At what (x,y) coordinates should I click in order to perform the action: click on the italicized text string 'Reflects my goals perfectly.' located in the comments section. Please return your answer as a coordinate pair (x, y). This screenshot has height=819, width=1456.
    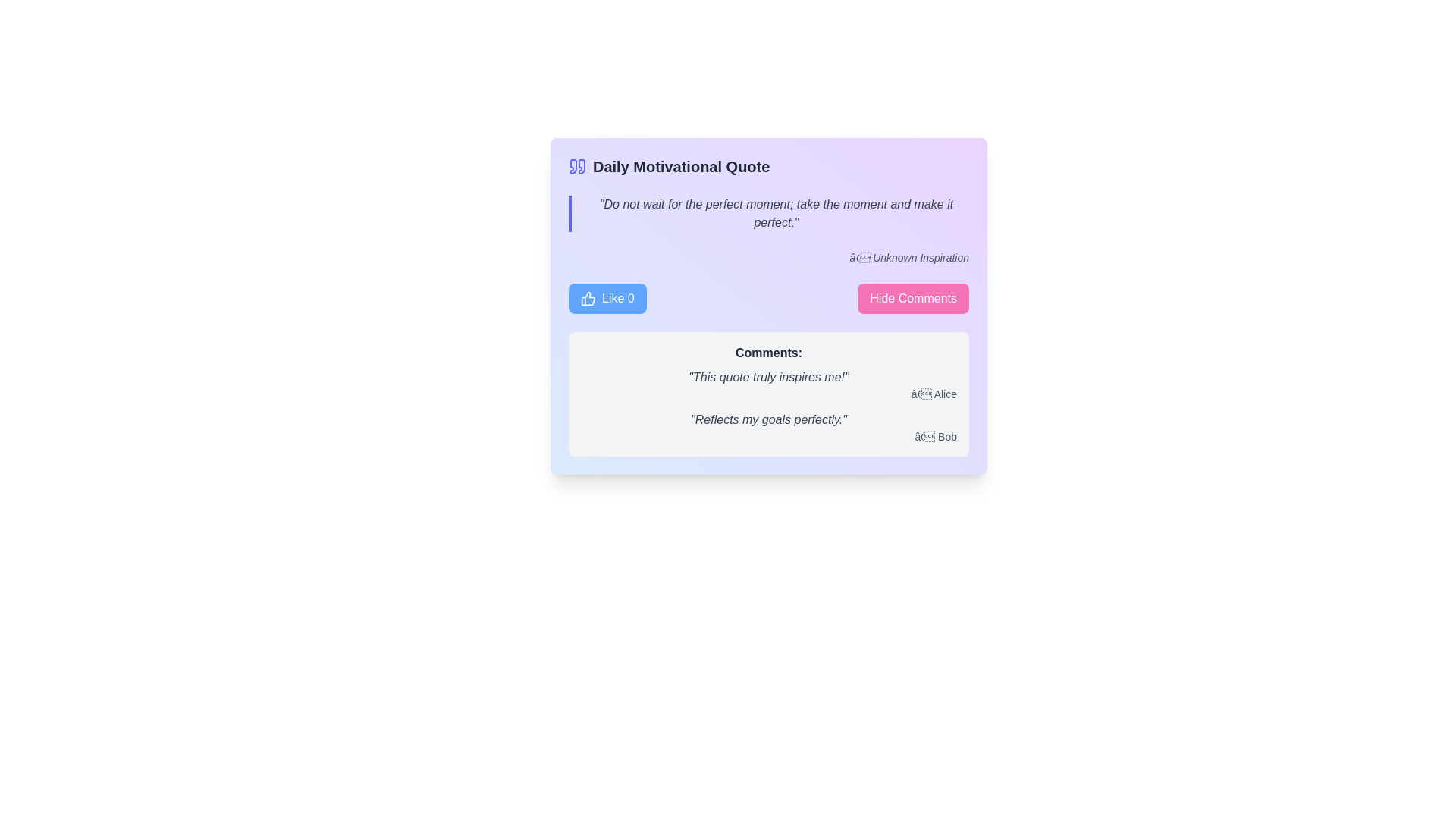
    Looking at the image, I should click on (768, 420).